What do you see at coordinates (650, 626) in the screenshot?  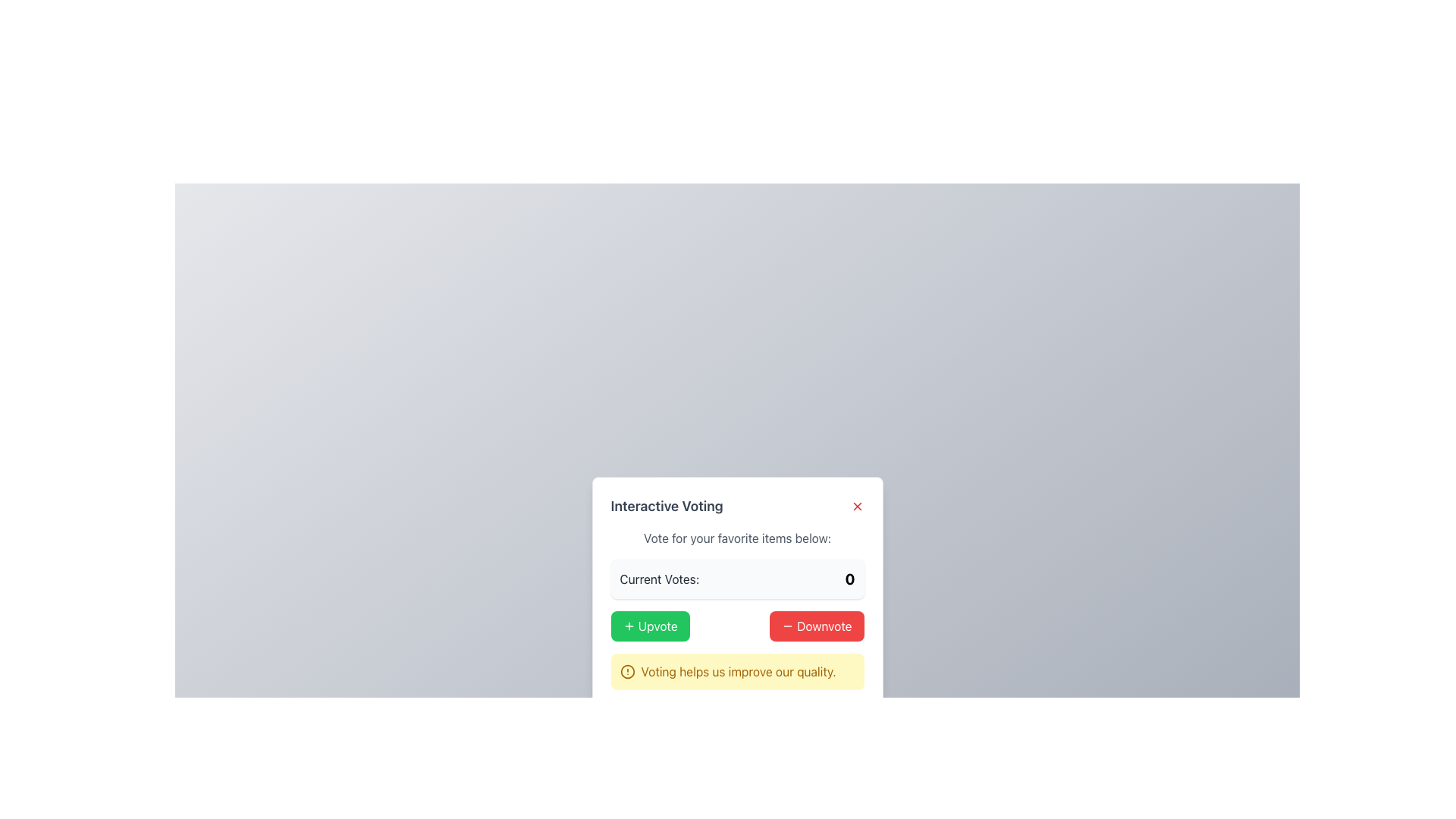 I see `the upvote button located in the 'Interactive Voting' section, positioned to the left of the '- Downvote' red button, for keyboard navigation` at bounding box center [650, 626].